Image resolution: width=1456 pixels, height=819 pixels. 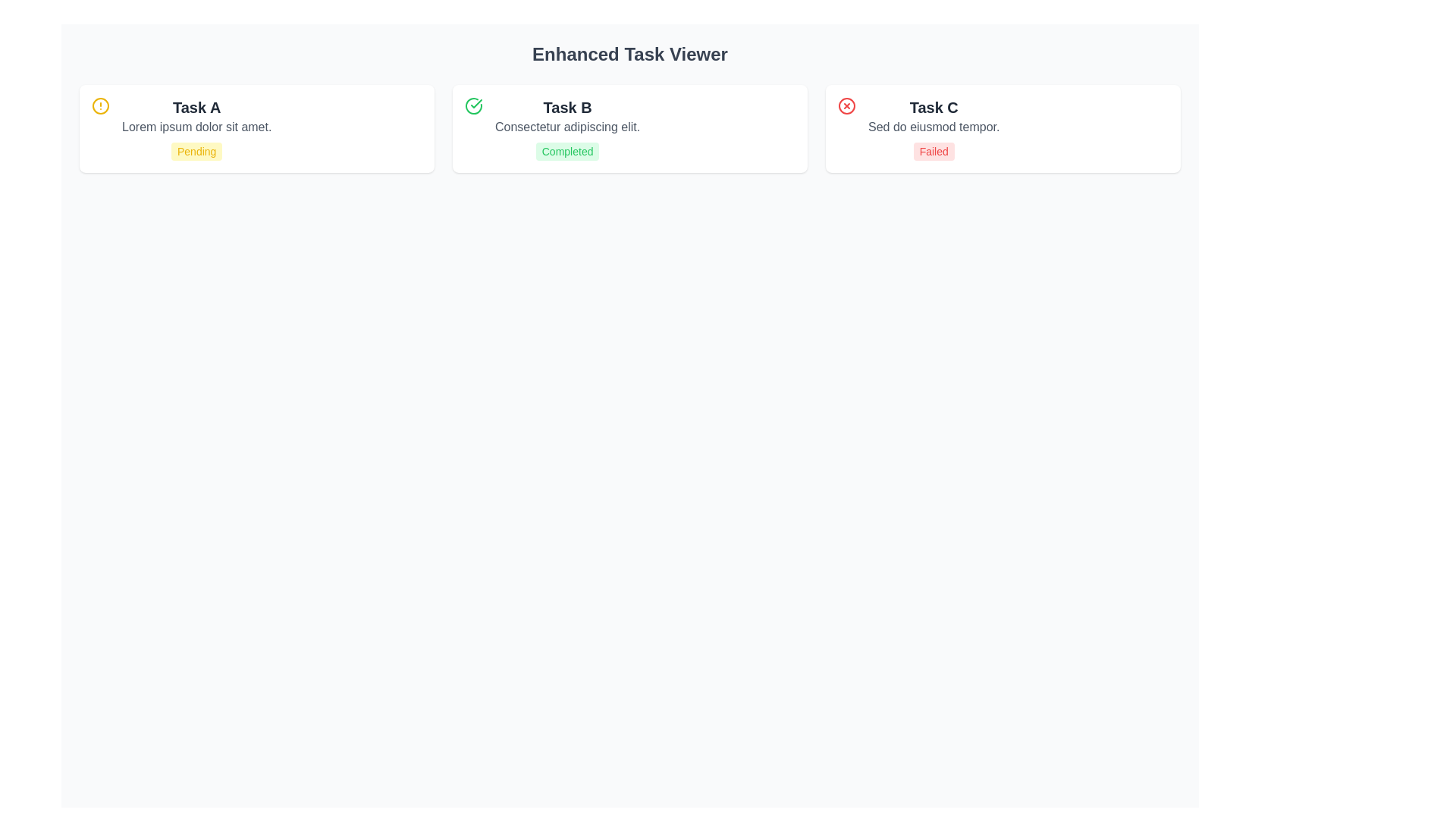 What do you see at coordinates (566, 107) in the screenshot?
I see `title text label of the middle card in the Enhanced Task Viewer interface, which provides essential information about the card's content` at bounding box center [566, 107].